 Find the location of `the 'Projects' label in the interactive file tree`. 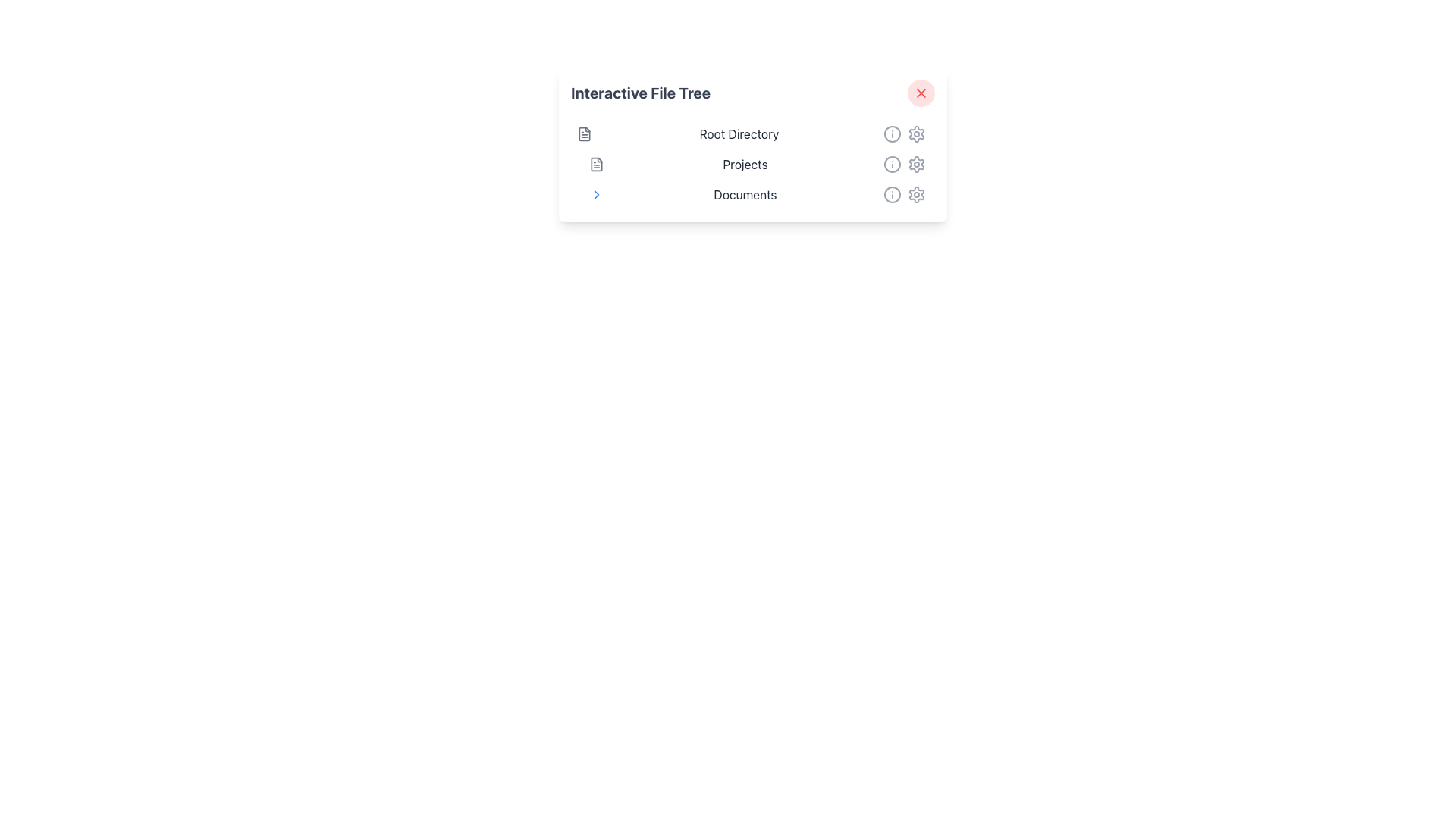

the 'Projects' label in the interactive file tree is located at coordinates (745, 164).